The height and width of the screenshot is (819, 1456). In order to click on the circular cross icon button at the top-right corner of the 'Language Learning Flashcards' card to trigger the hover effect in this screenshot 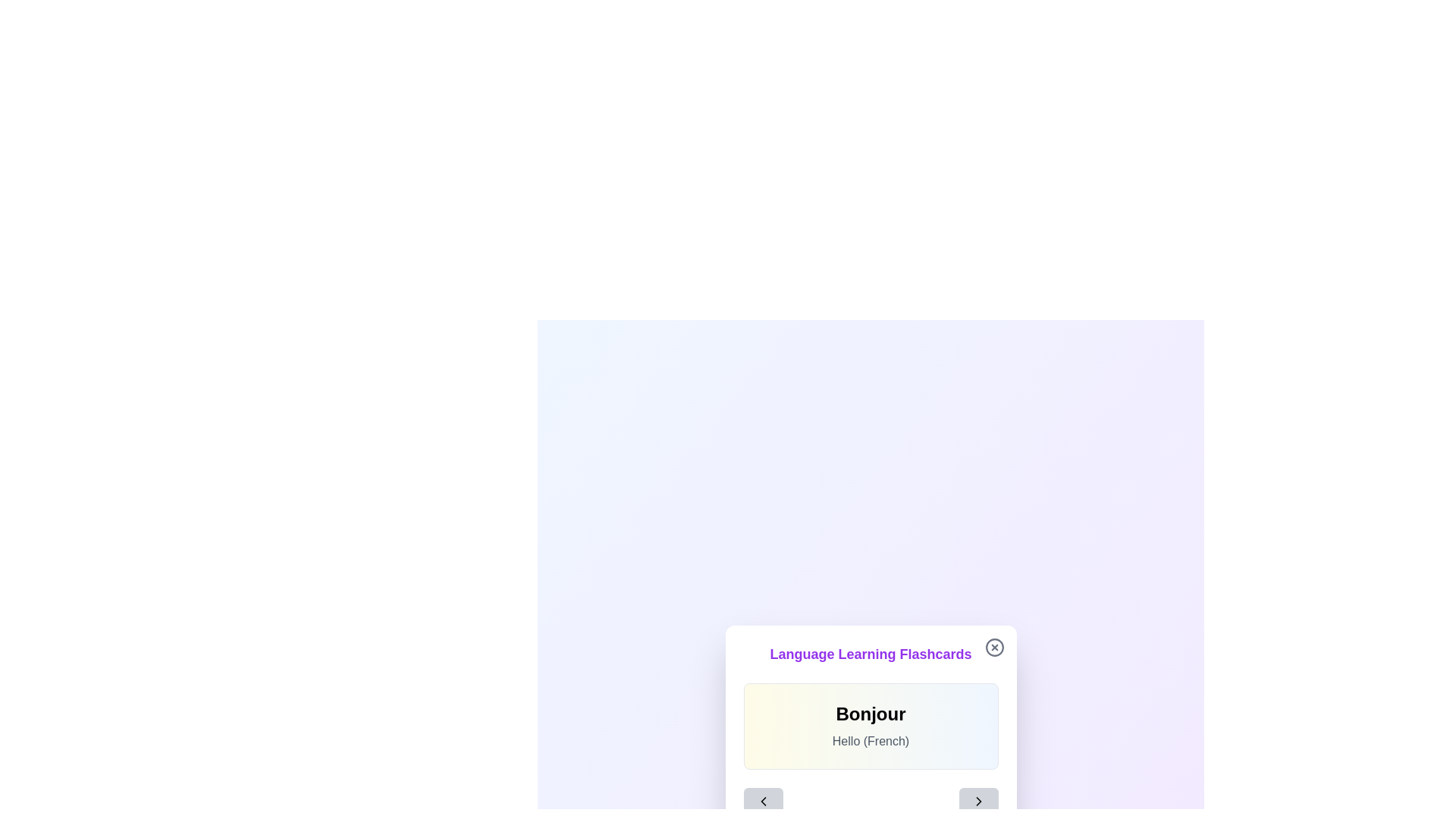, I will do `click(994, 647)`.